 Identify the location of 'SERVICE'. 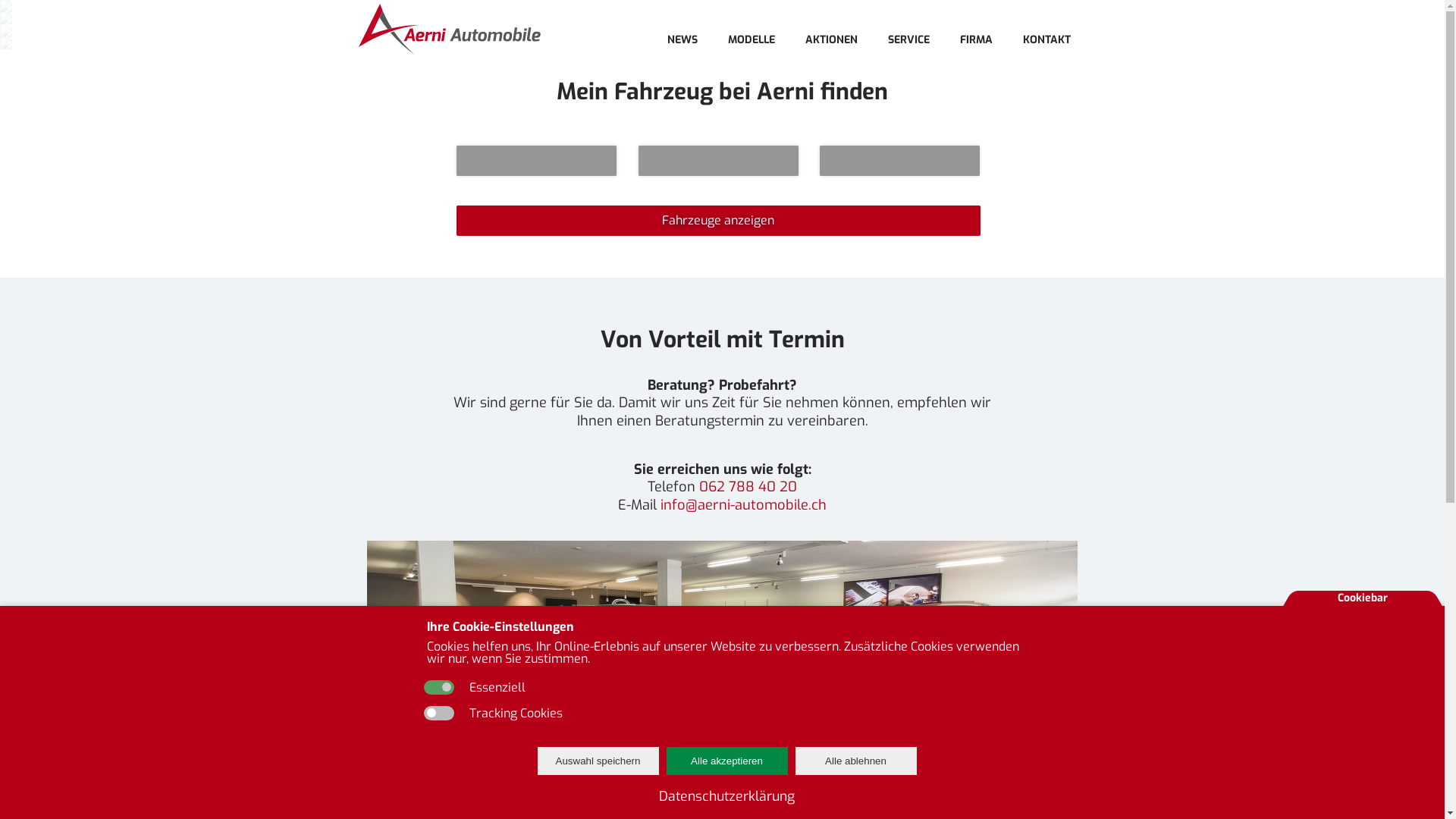
(908, 39).